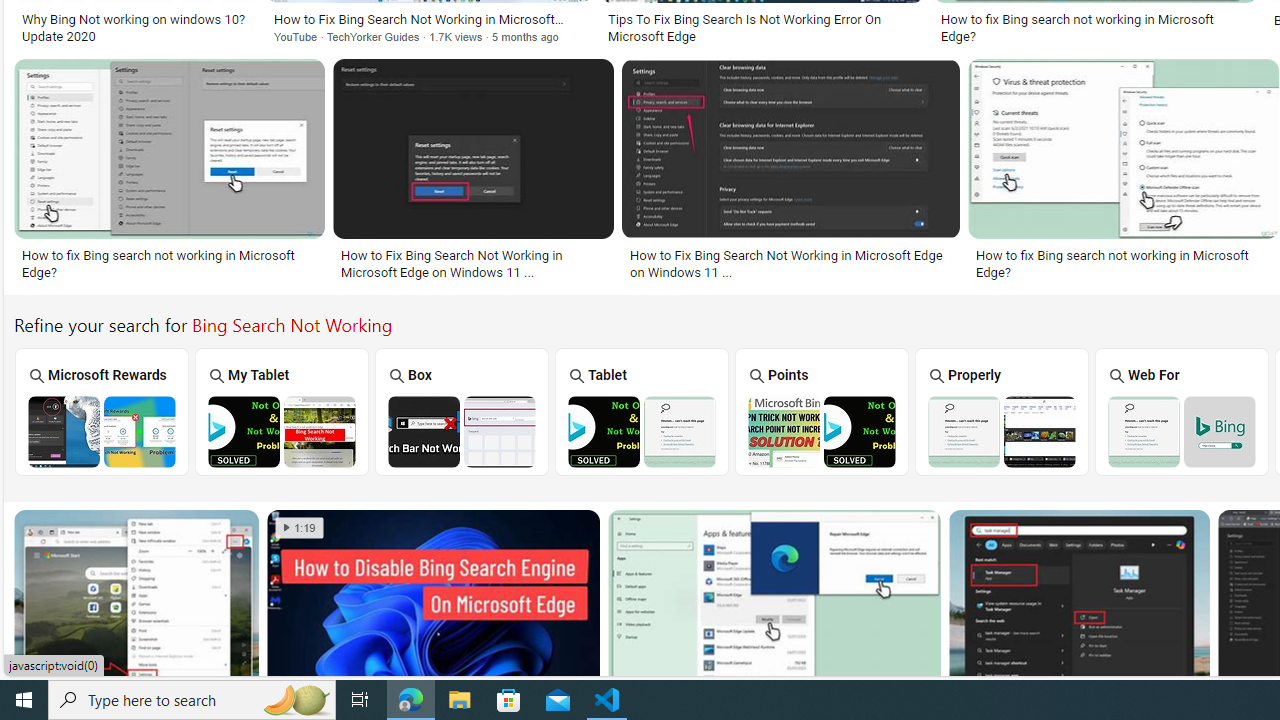  What do you see at coordinates (100, 410) in the screenshot?
I see `'Microsoft Rewards Bing Search Not Working Microsoft Rewards'` at bounding box center [100, 410].